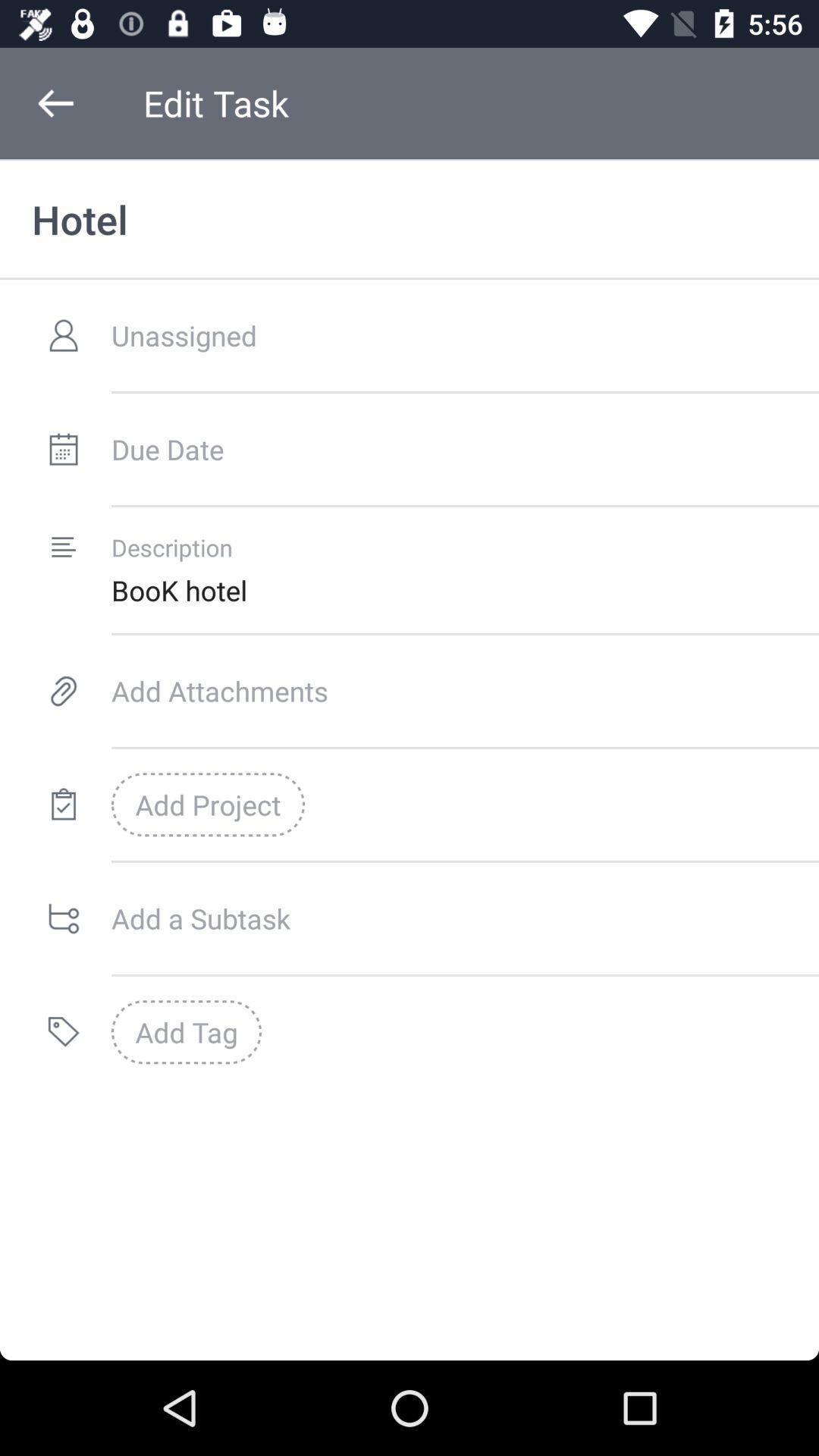 The height and width of the screenshot is (1456, 819). Describe the element at coordinates (464, 918) in the screenshot. I see `subtask` at that location.